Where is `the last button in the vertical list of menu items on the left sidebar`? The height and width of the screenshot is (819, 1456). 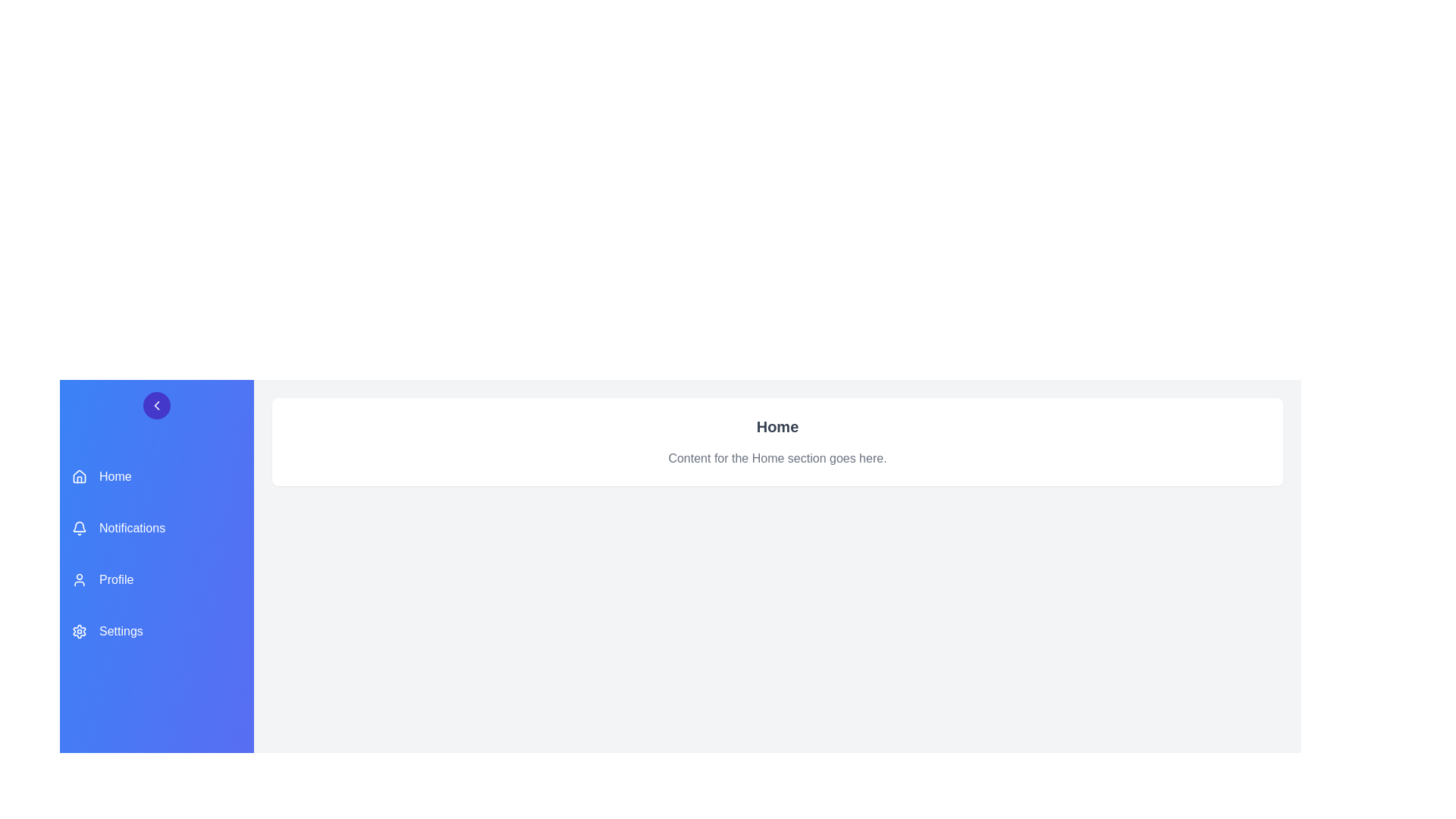 the last button in the vertical list of menu items on the left sidebar is located at coordinates (156, 632).